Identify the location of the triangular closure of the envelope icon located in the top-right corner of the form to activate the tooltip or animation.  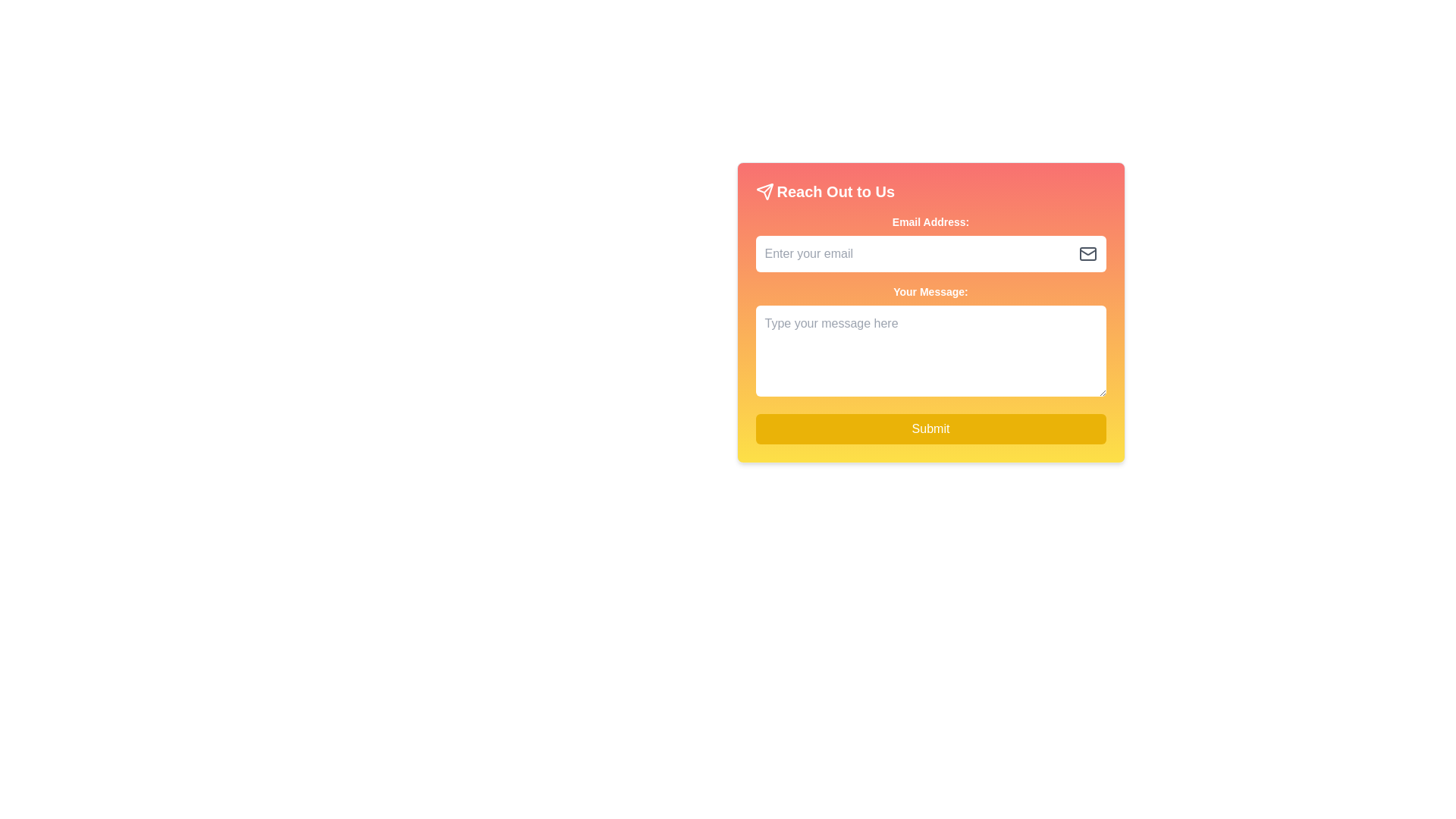
(1087, 251).